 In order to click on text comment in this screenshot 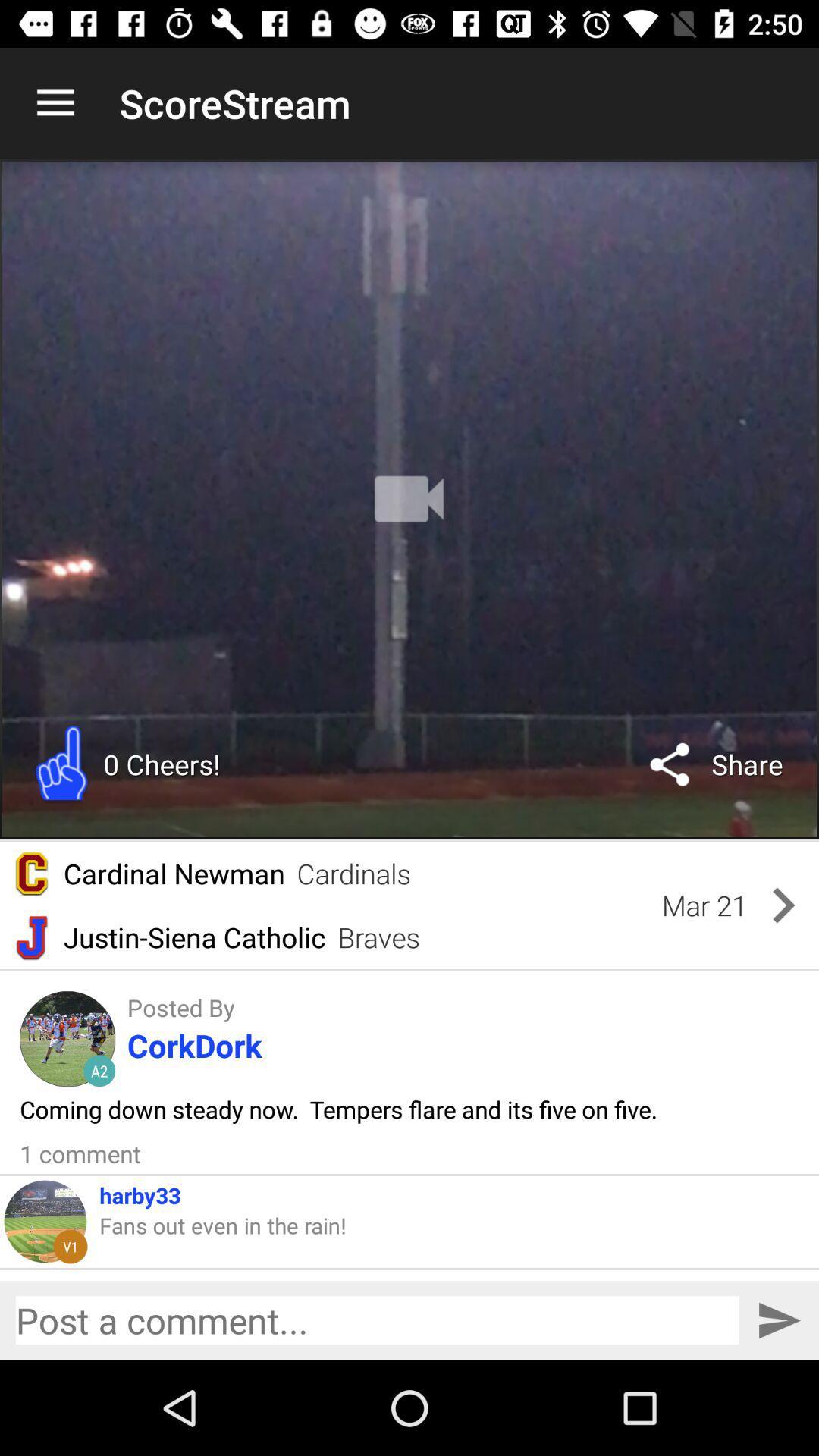, I will do `click(376, 1319)`.